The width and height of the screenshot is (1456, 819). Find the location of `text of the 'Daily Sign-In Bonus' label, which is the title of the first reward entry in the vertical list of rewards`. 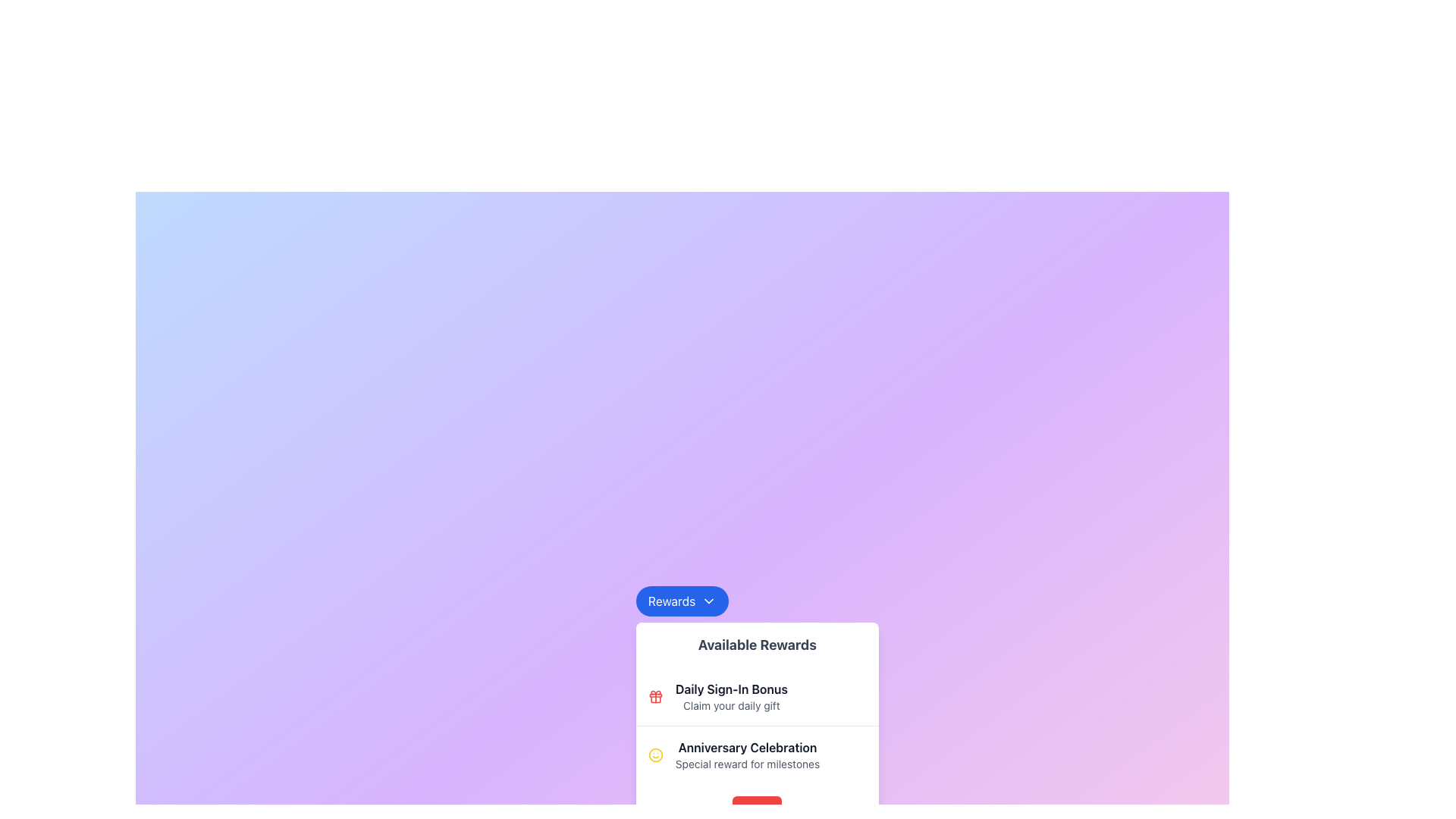

text of the 'Daily Sign-In Bonus' label, which is the title of the first reward entry in the vertical list of rewards is located at coordinates (731, 689).